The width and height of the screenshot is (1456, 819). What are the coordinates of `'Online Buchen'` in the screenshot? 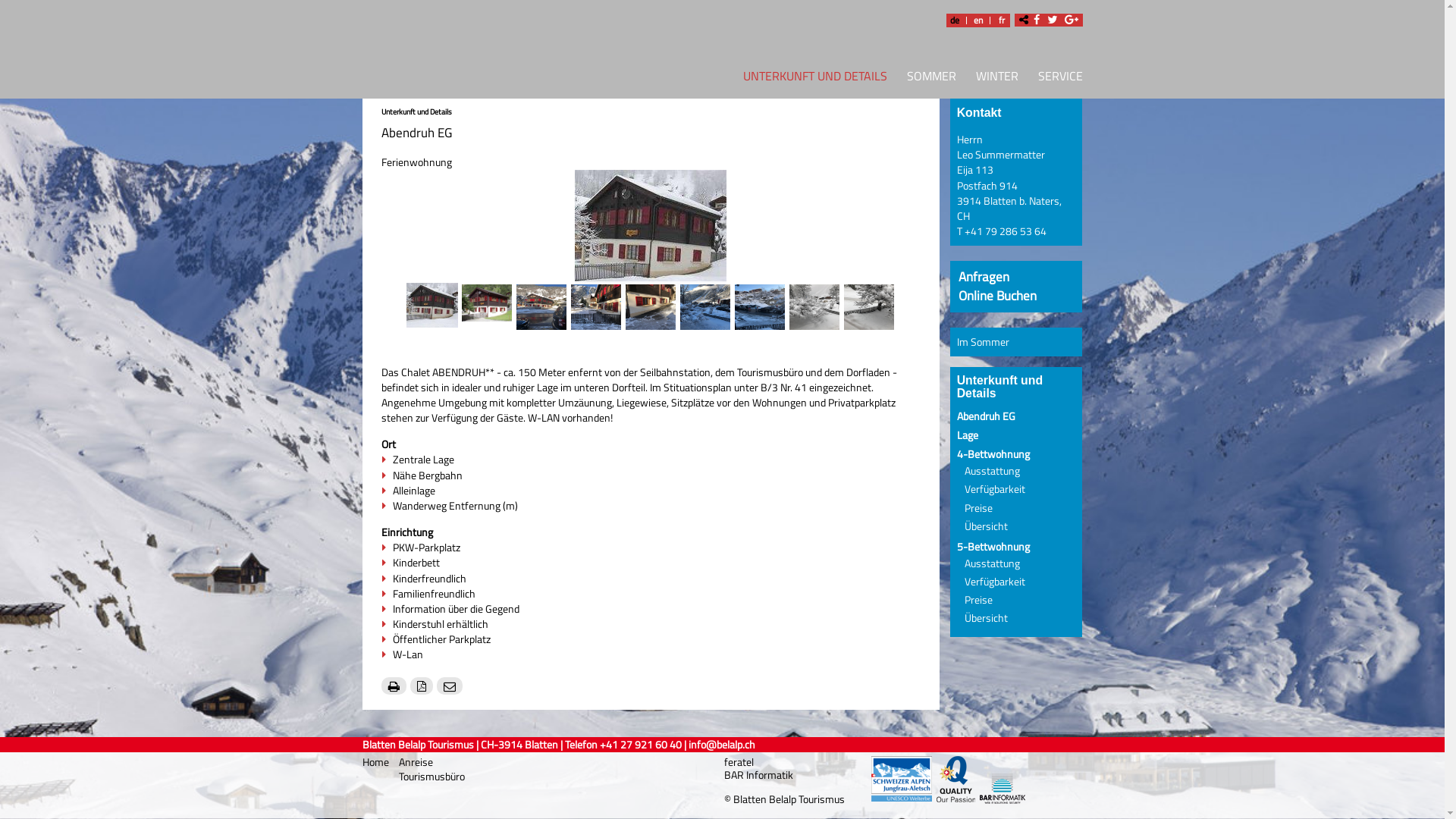 It's located at (997, 295).